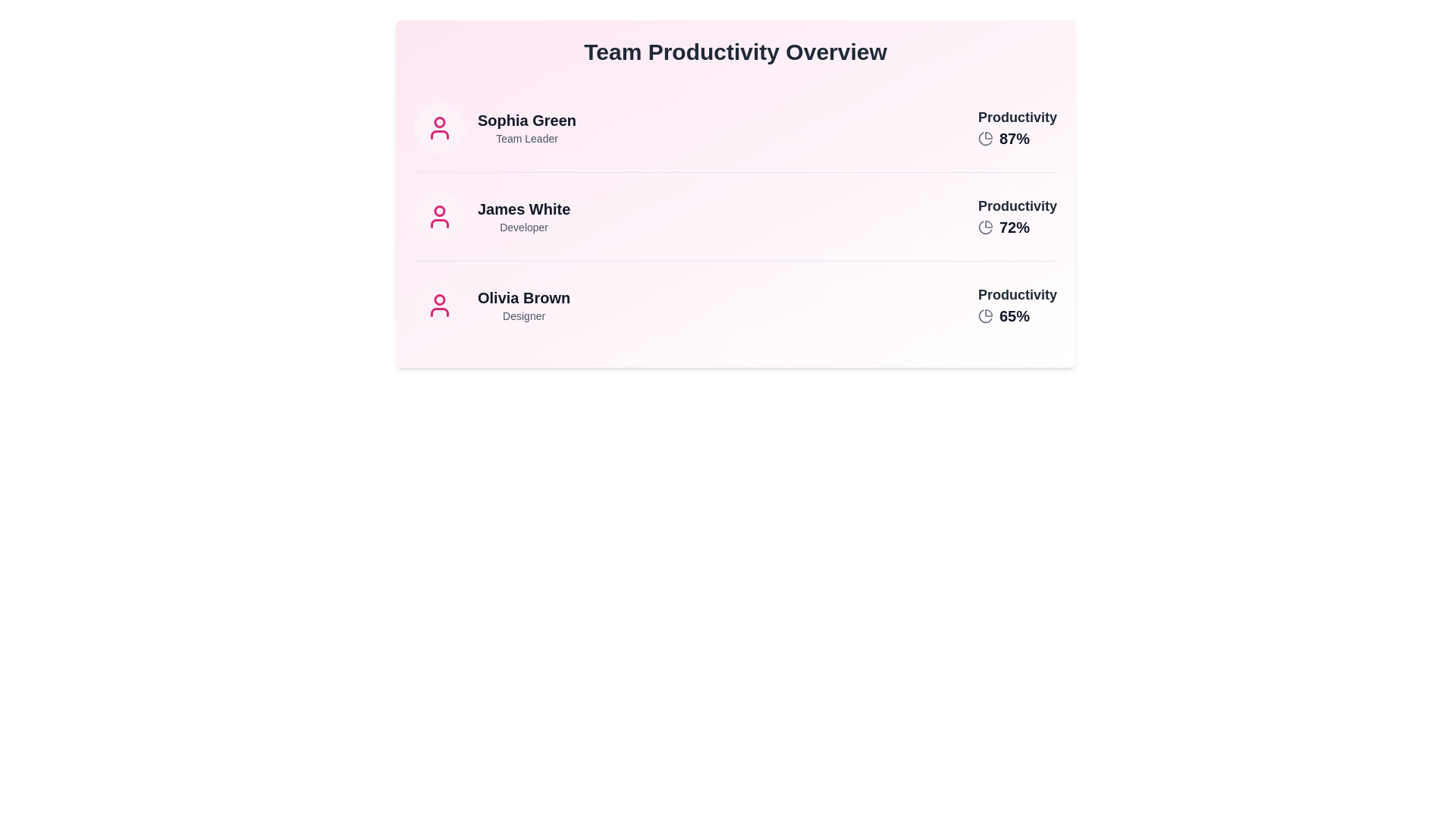 The image size is (1456, 819). Describe the element at coordinates (986, 227) in the screenshot. I see `the circular pie chart icon with a thin gray stroke located to the left of the bold '72%' text in the 'James White' productivity row` at that location.